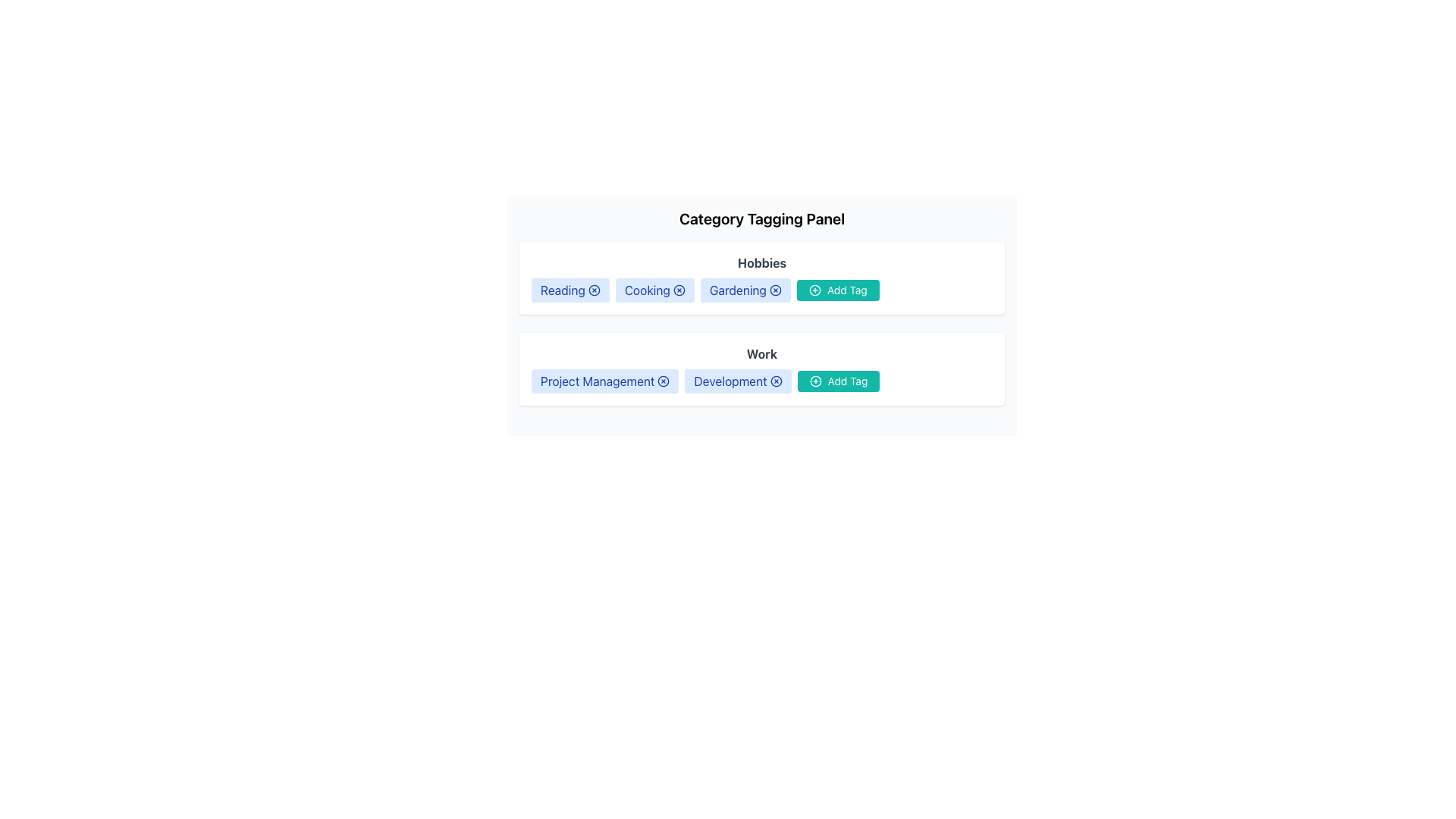 The image size is (1456, 819). I want to click on the circular green icon with a plus sign located to the right of the 'Gardening' tag in the 'Hobbies' section, so click(814, 290).